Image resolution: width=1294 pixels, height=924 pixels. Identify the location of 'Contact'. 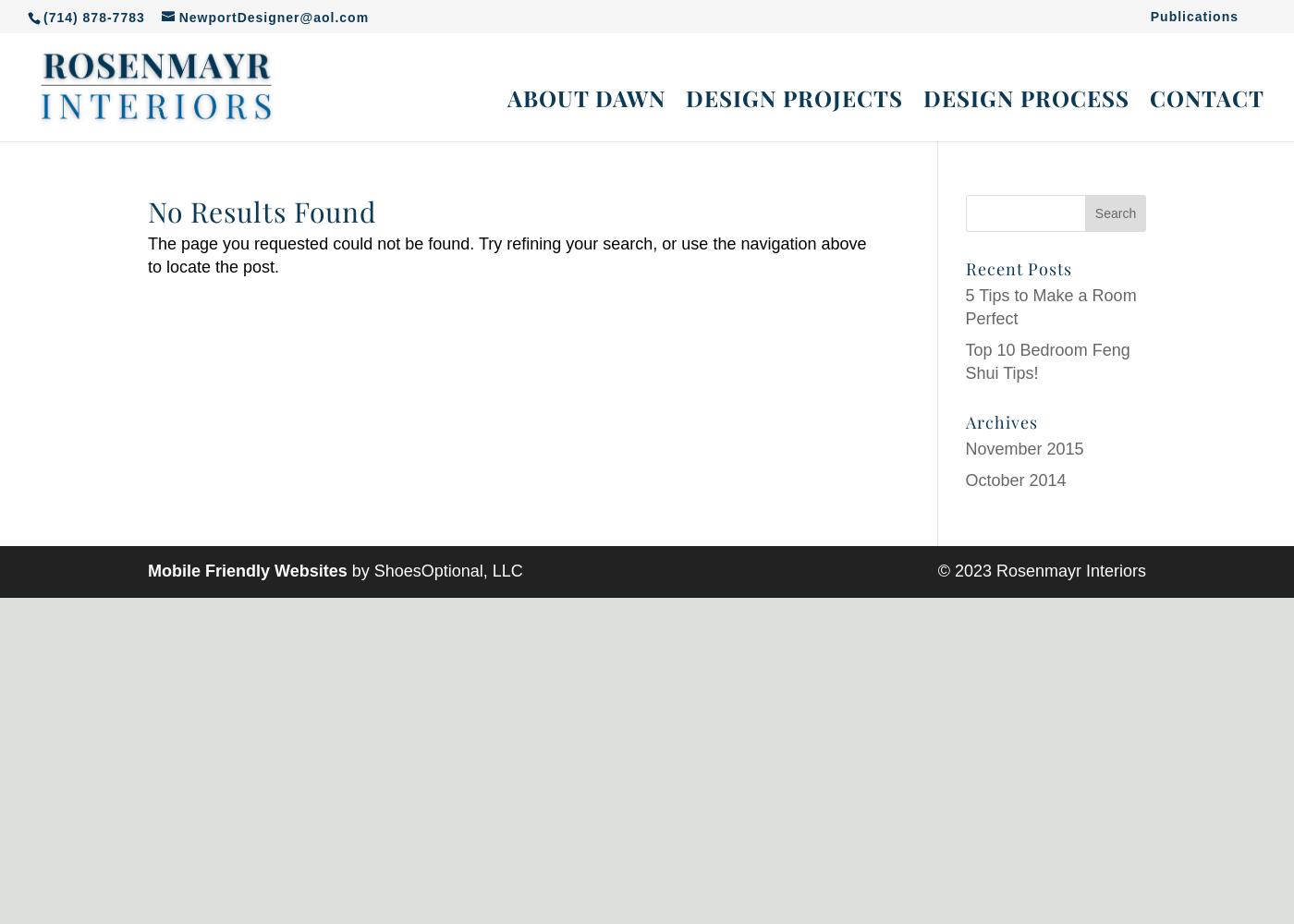
(1150, 97).